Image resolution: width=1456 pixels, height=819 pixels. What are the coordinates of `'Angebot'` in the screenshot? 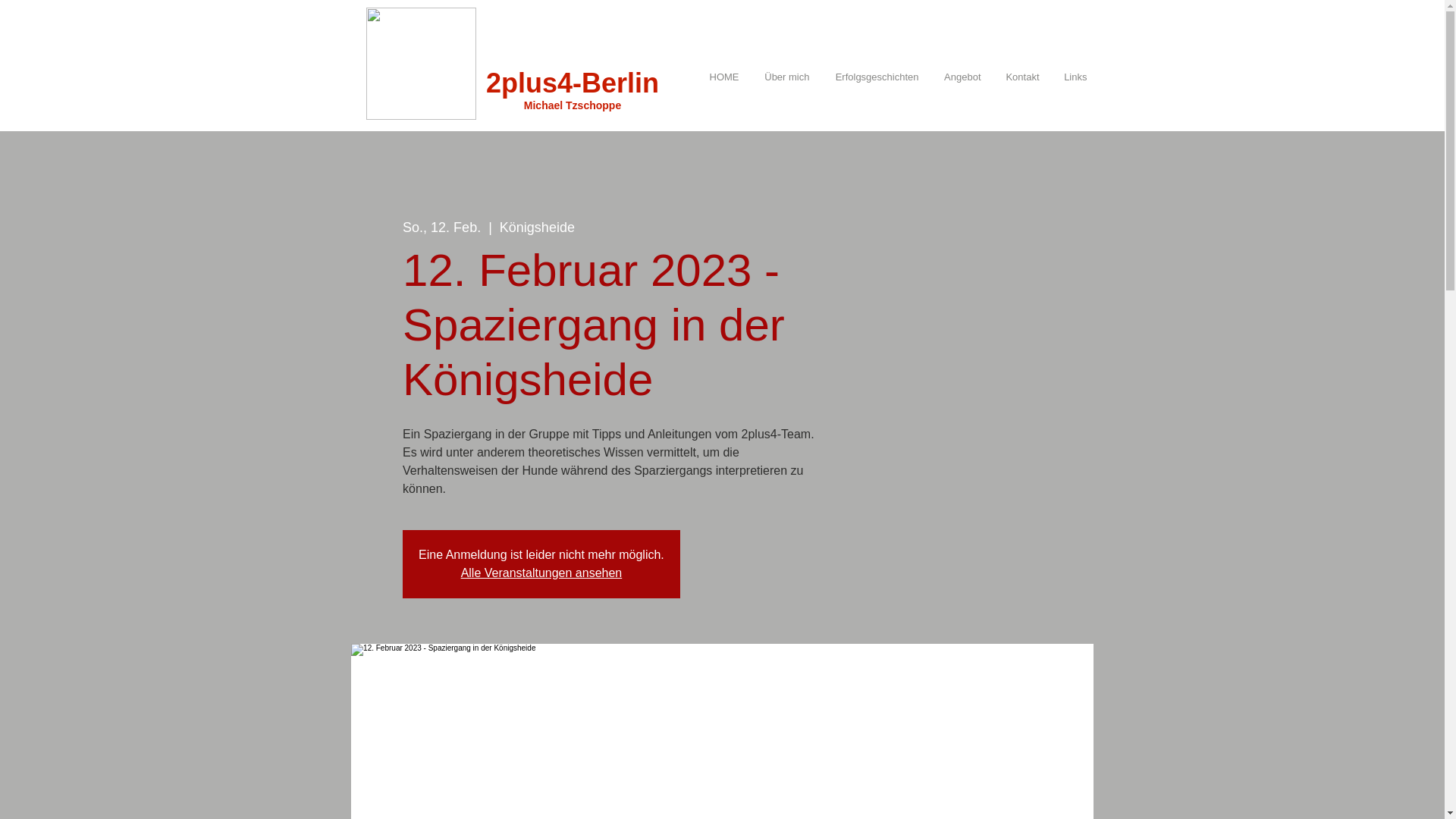 It's located at (926, 77).